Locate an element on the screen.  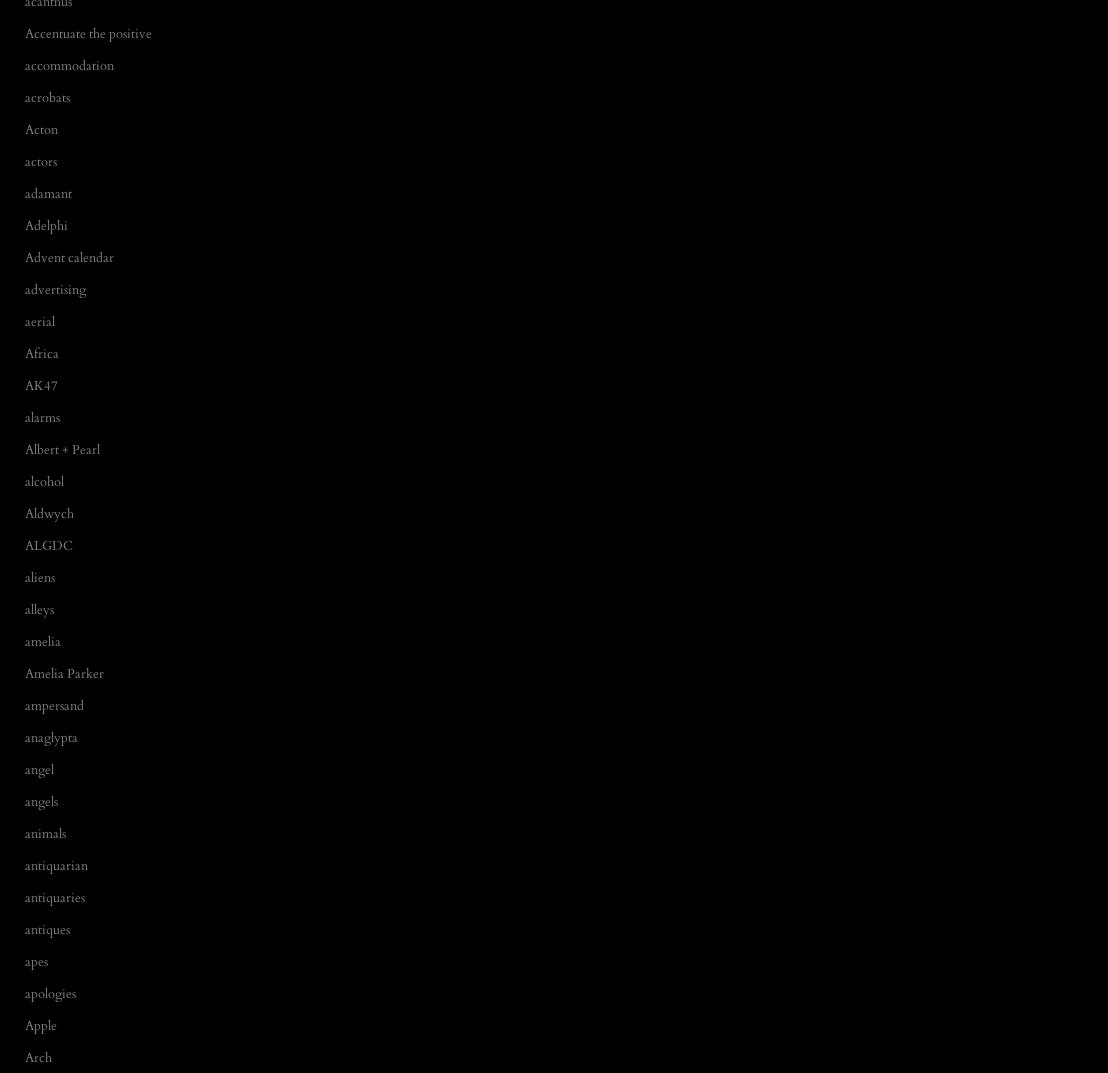
'advertising' is located at coordinates (54, 287).